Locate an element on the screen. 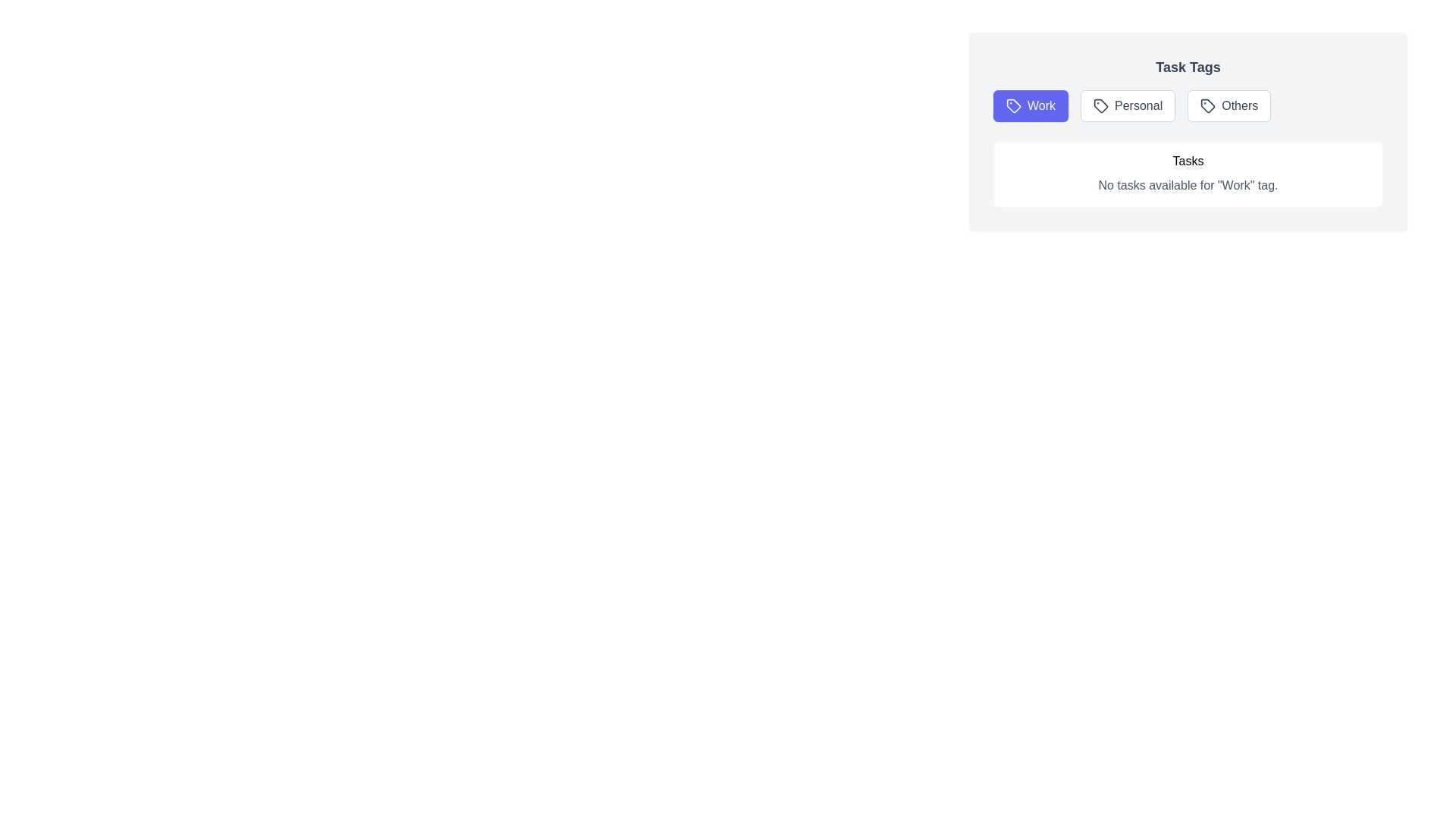 The width and height of the screenshot is (1456, 819). the button labeled 'Others' with a tag icon on the left to filter items by the 'Others' tag is located at coordinates (1229, 105).